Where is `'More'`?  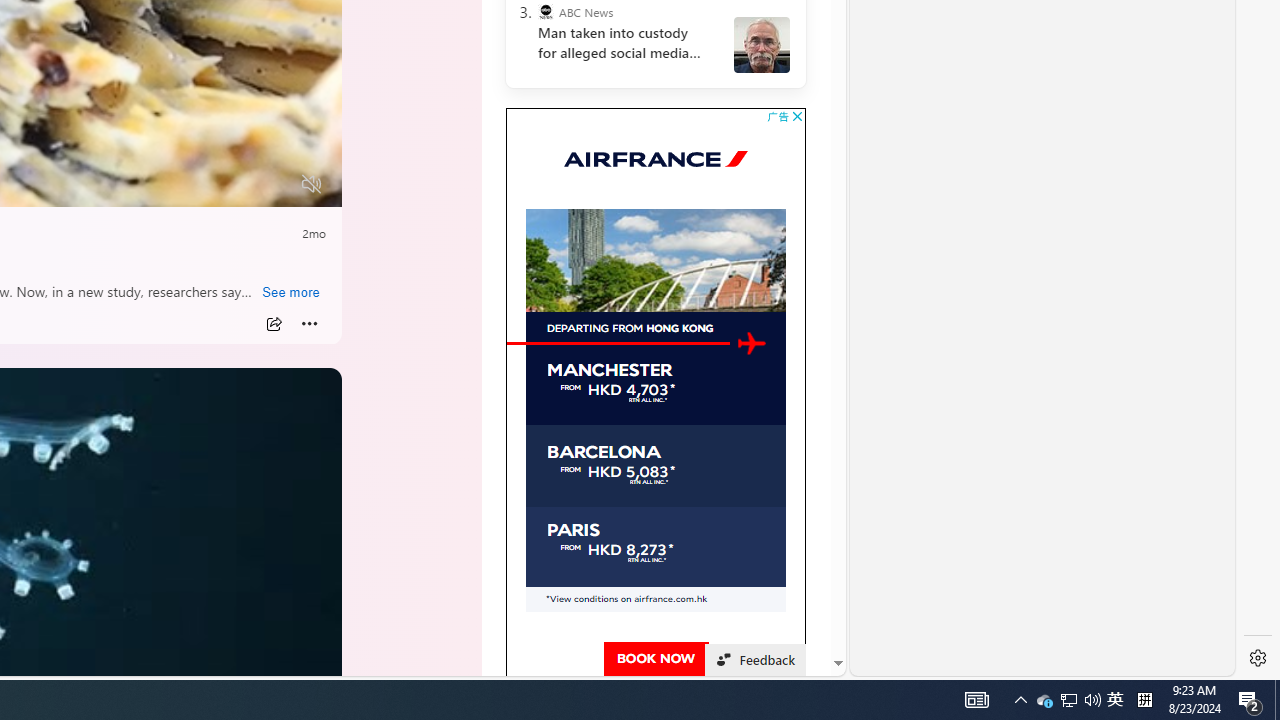 'More' is located at coordinates (309, 323).